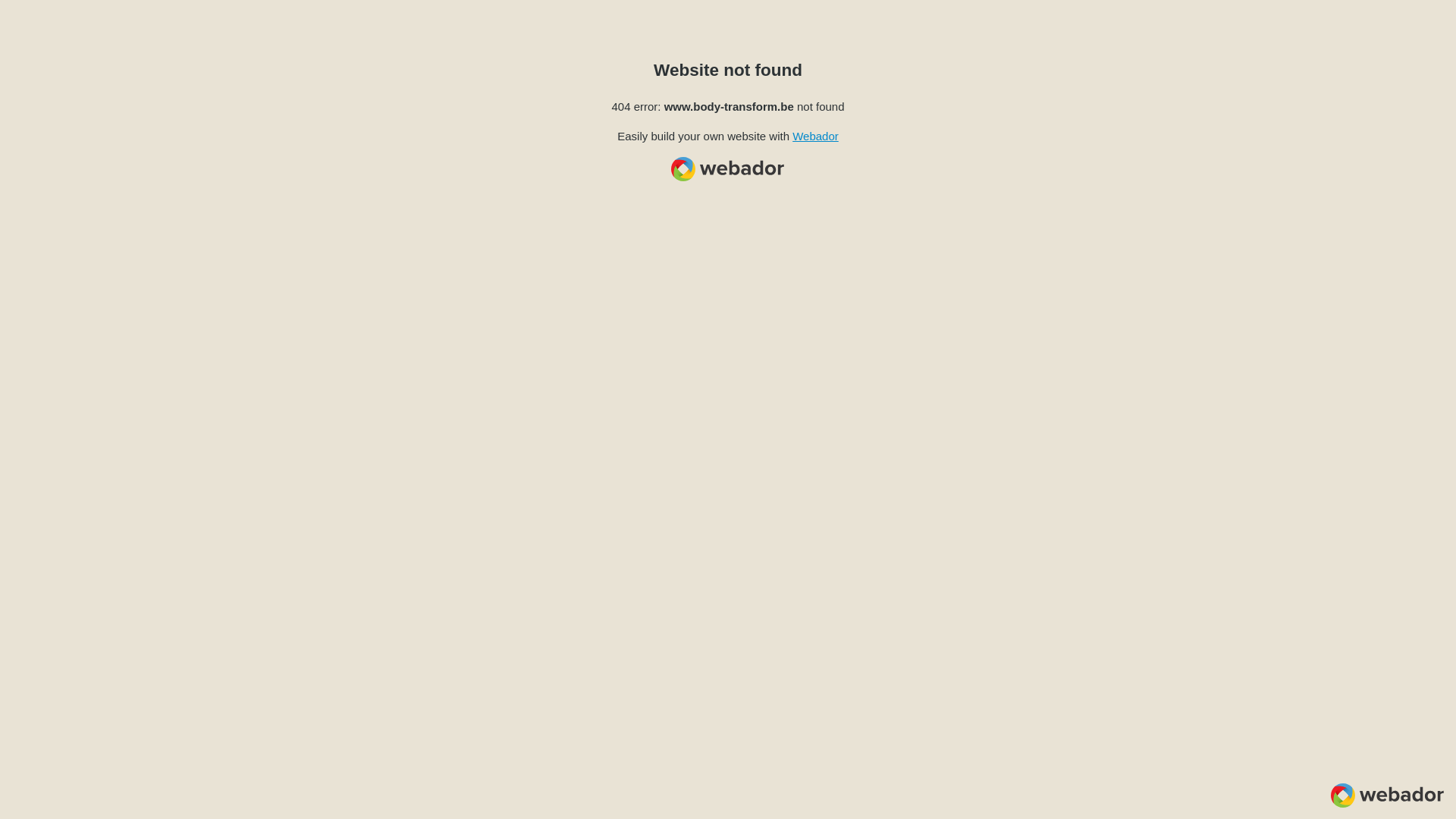 The height and width of the screenshot is (819, 1456). Describe the element at coordinates (814, 135) in the screenshot. I see `'Webador'` at that location.